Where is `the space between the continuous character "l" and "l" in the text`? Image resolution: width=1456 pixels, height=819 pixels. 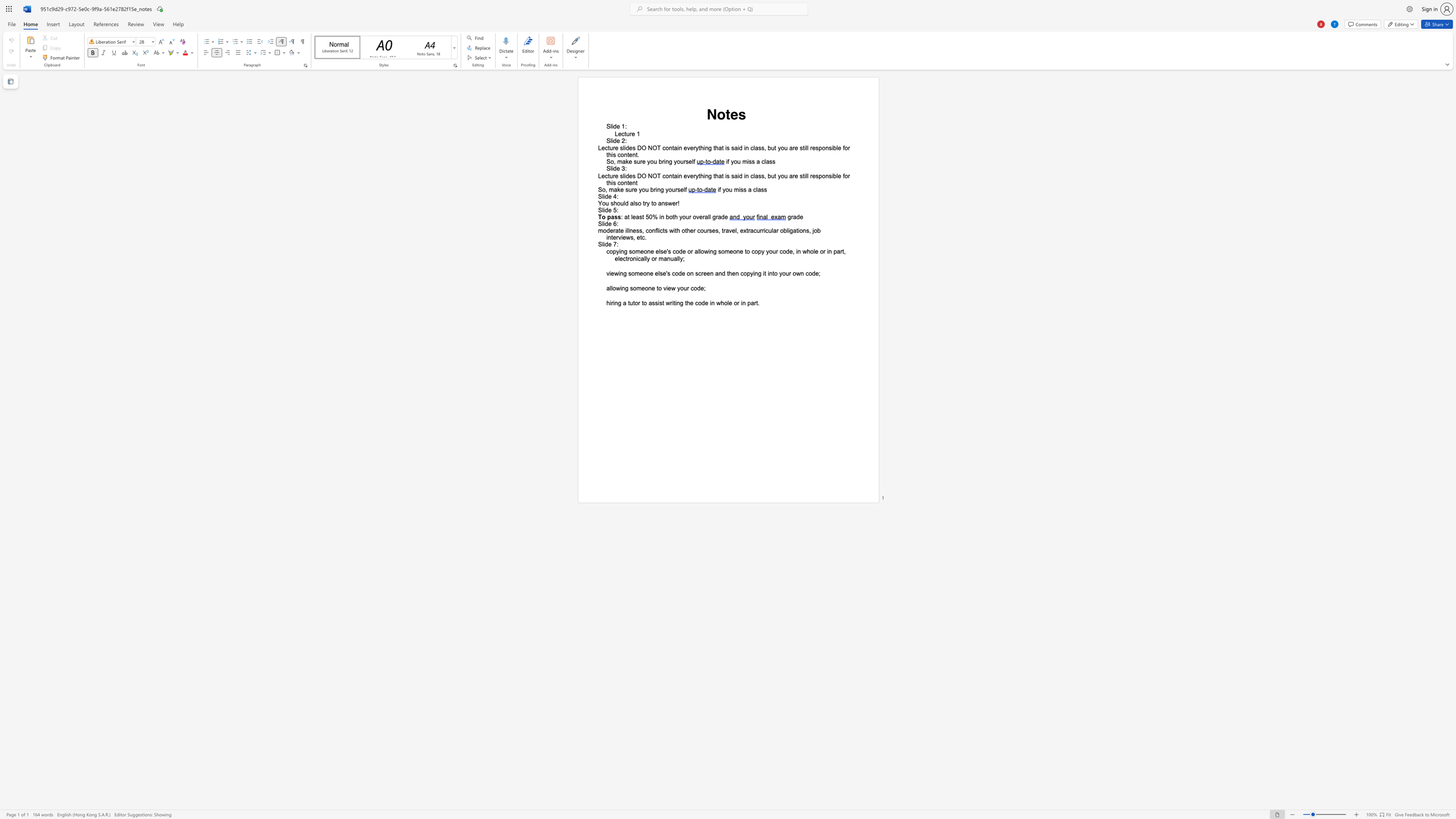 the space between the continuous character "l" and "l" in the text is located at coordinates (807, 148).